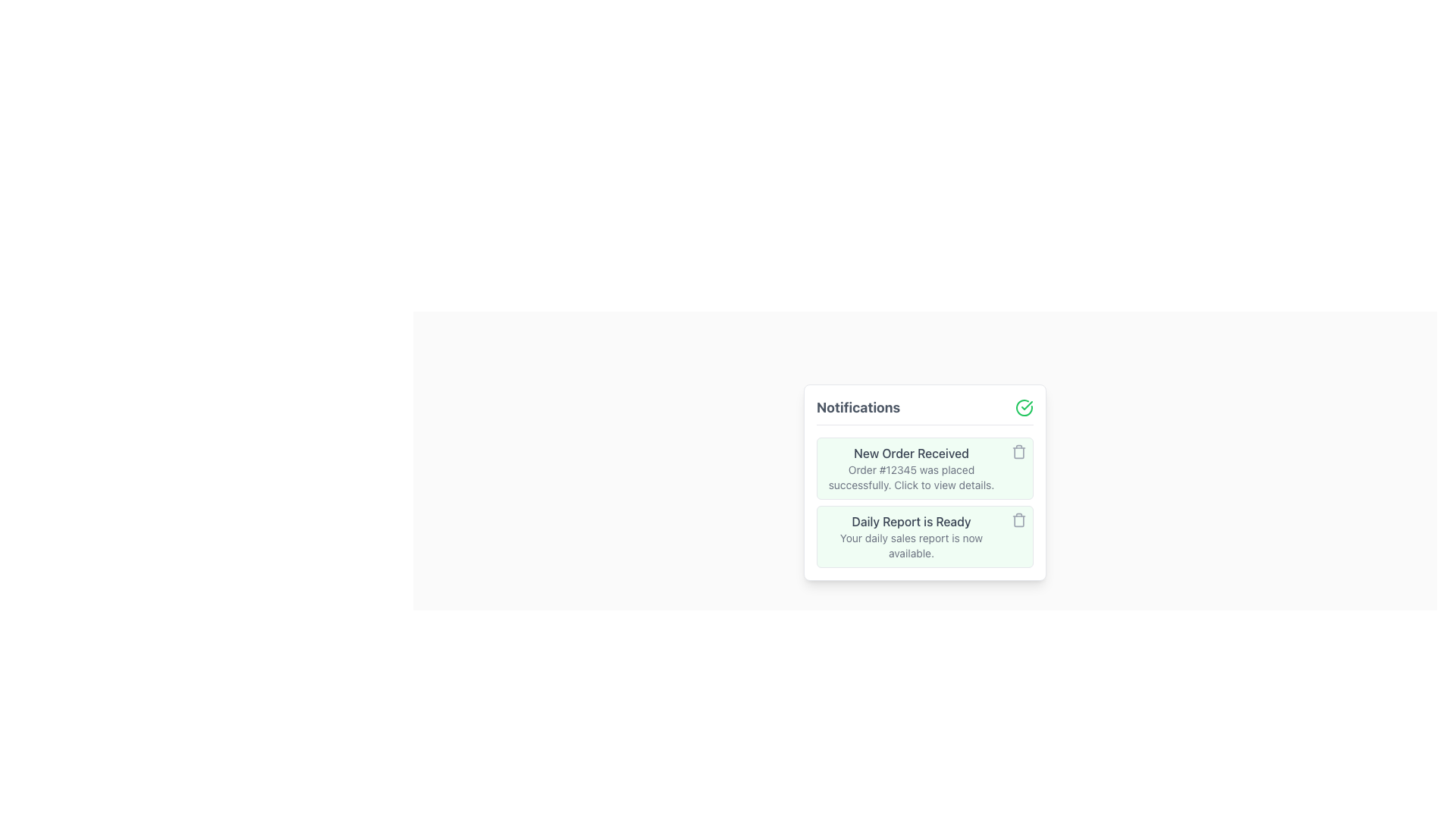 The width and height of the screenshot is (1456, 819). What do you see at coordinates (910, 452) in the screenshot?
I see `the headline text element that alerts the user about a new order in the notification panel, positioned at the top-left corner of the notification item` at bounding box center [910, 452].